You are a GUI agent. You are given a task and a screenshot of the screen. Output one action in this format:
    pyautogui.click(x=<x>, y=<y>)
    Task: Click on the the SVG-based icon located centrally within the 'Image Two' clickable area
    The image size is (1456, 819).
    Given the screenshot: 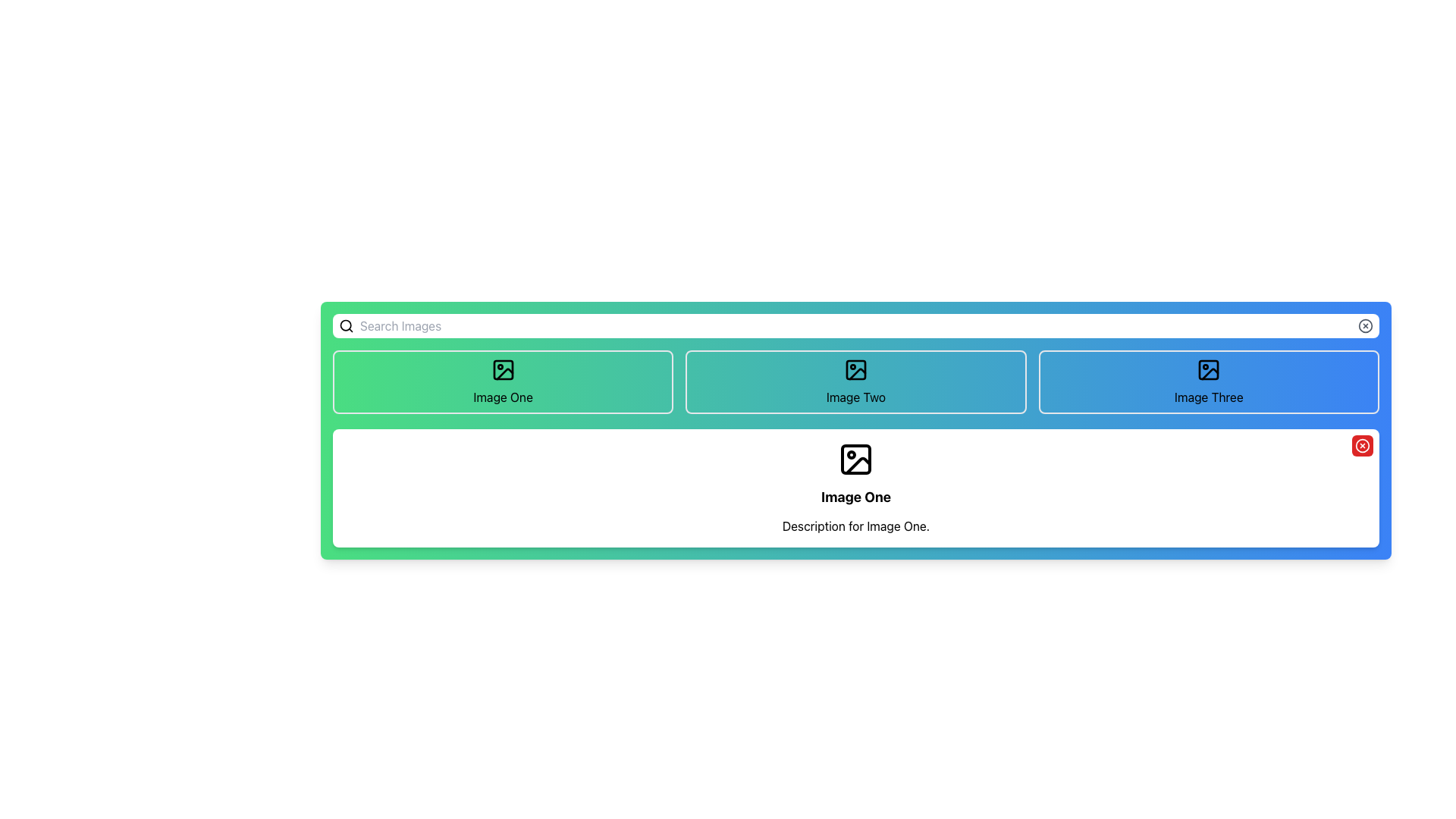 What is the action you would take?
    pyautogui.click(x=855, y=370)
    